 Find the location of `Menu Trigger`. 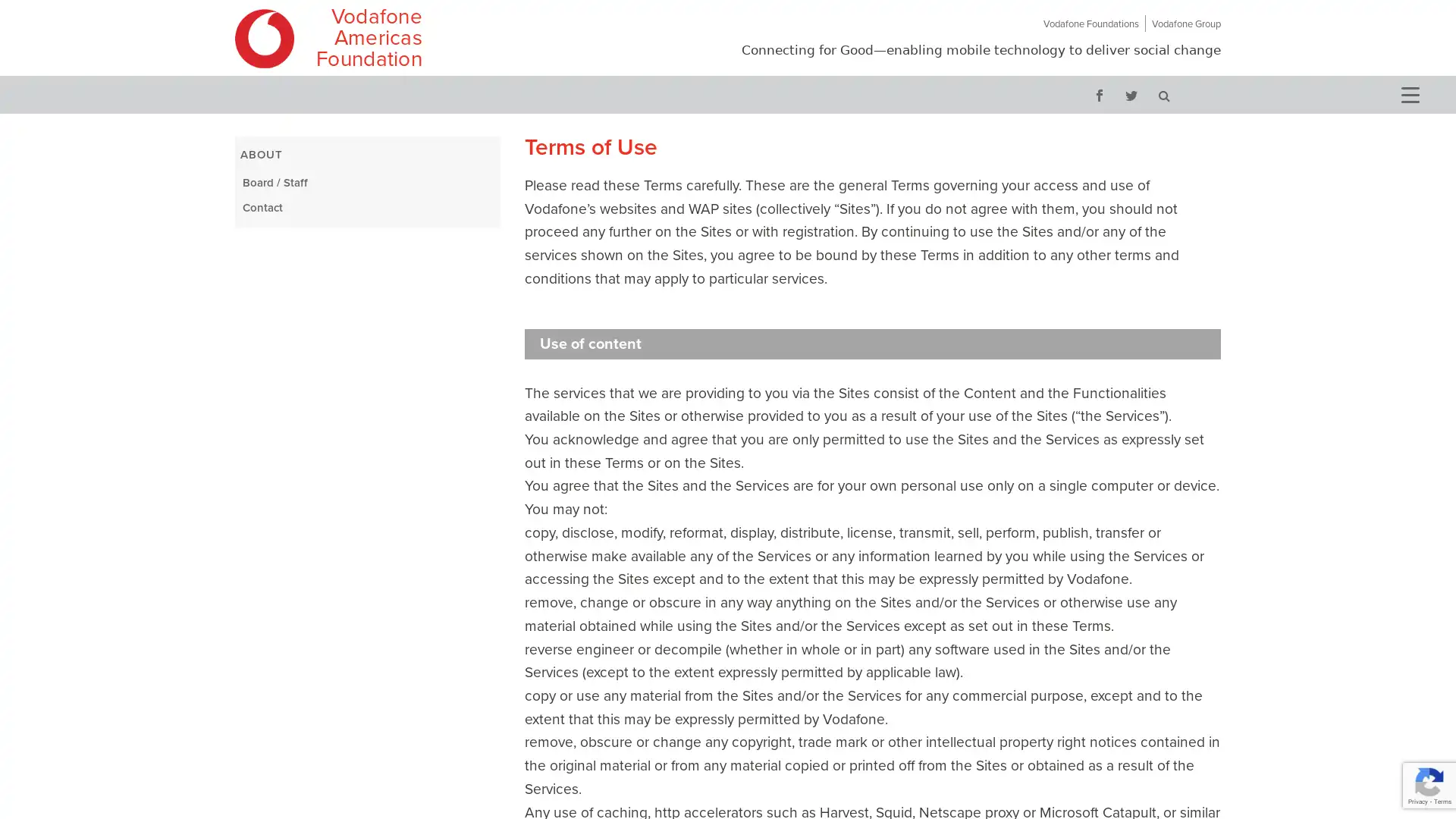

Menu Trigger is located at coordinates (1408, 93).